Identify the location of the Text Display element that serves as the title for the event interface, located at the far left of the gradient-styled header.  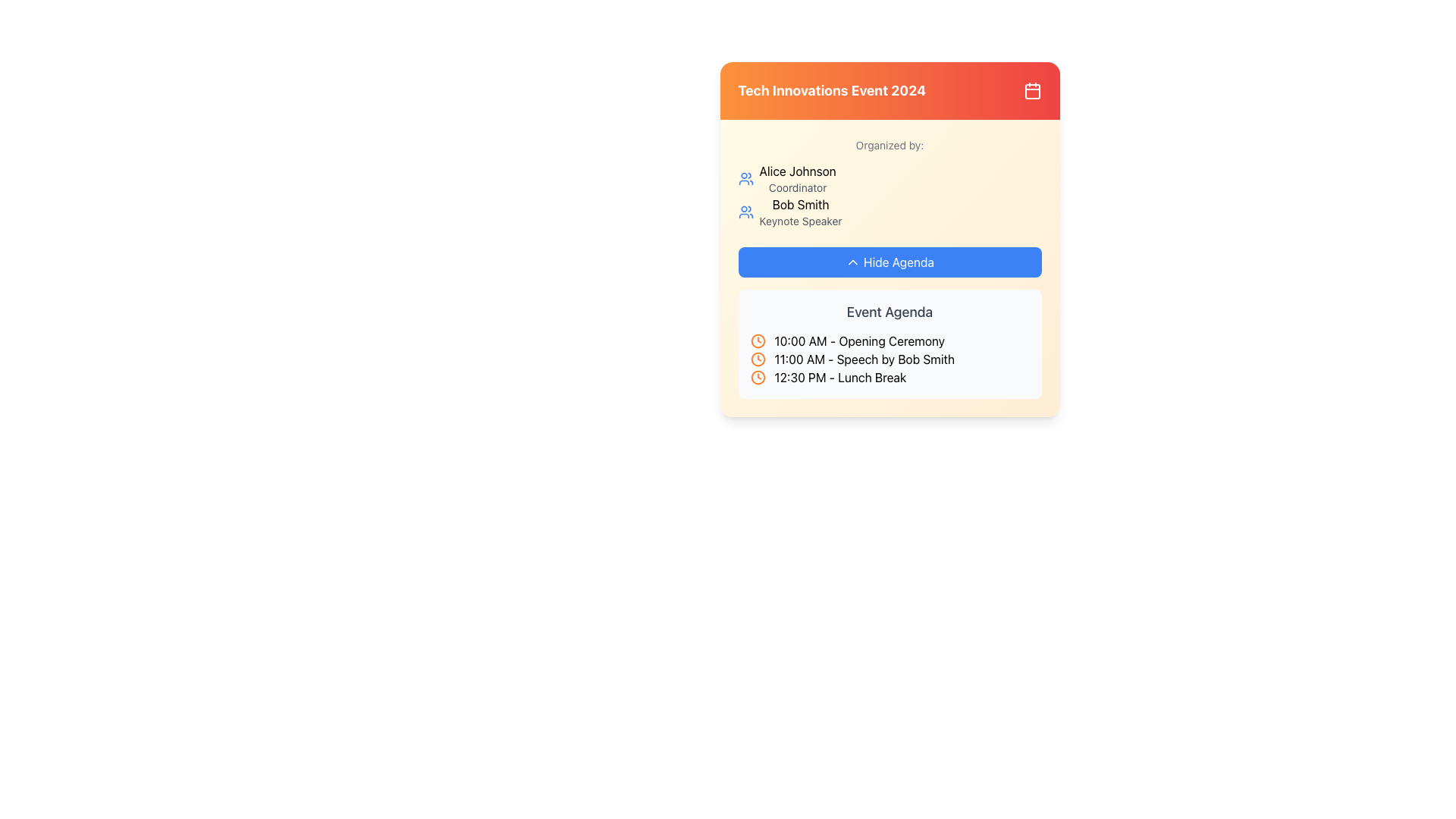
(831, 90).